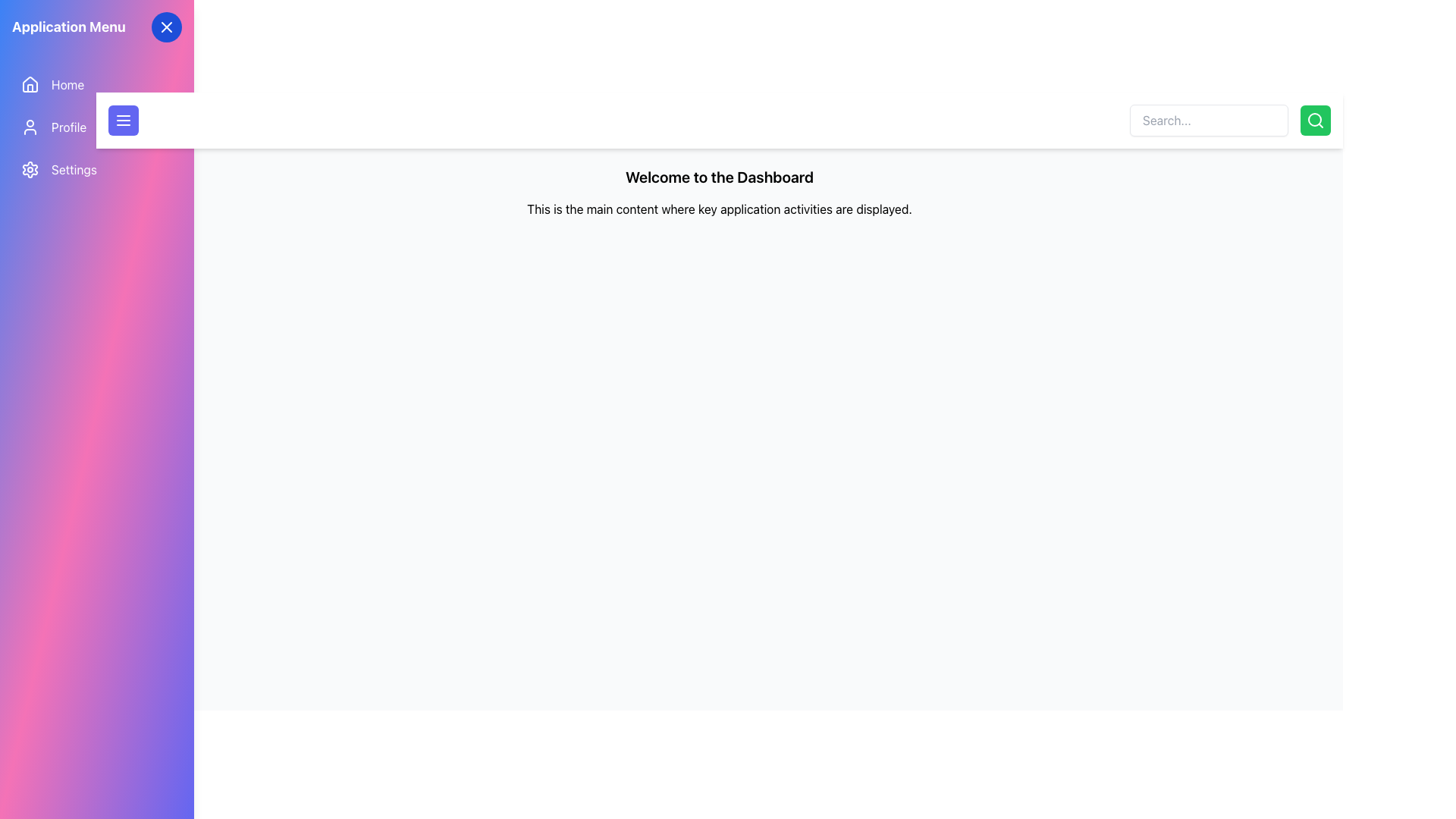 The image size is (1456, 819). I want to click on the 'Profile' navigation menu item, which is the second item in a vertical menu located on the left side of the interface, so click(96, 127).